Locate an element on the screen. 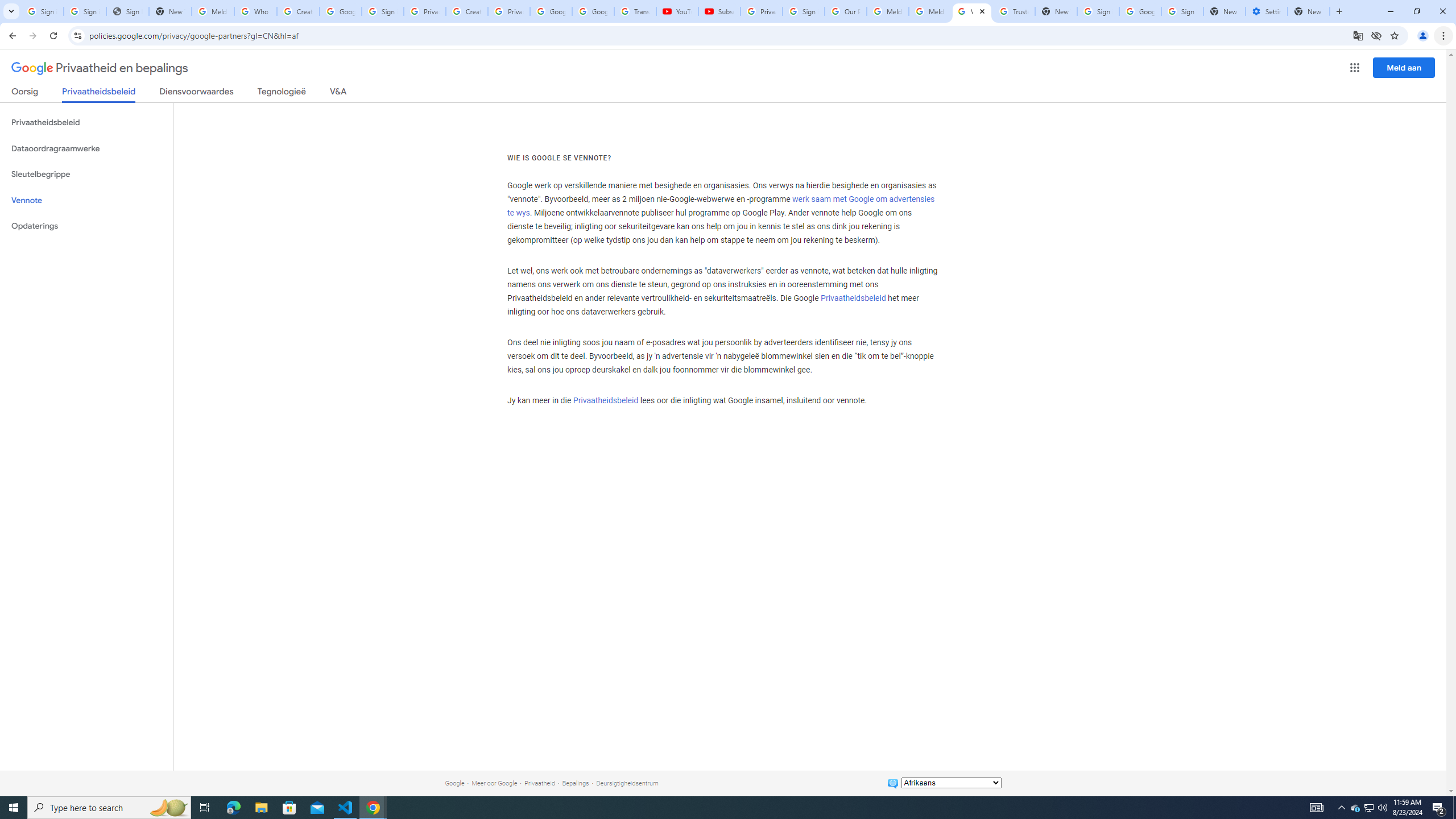  'Subscriptions - YouTube' is located at coordinates (718, 11).